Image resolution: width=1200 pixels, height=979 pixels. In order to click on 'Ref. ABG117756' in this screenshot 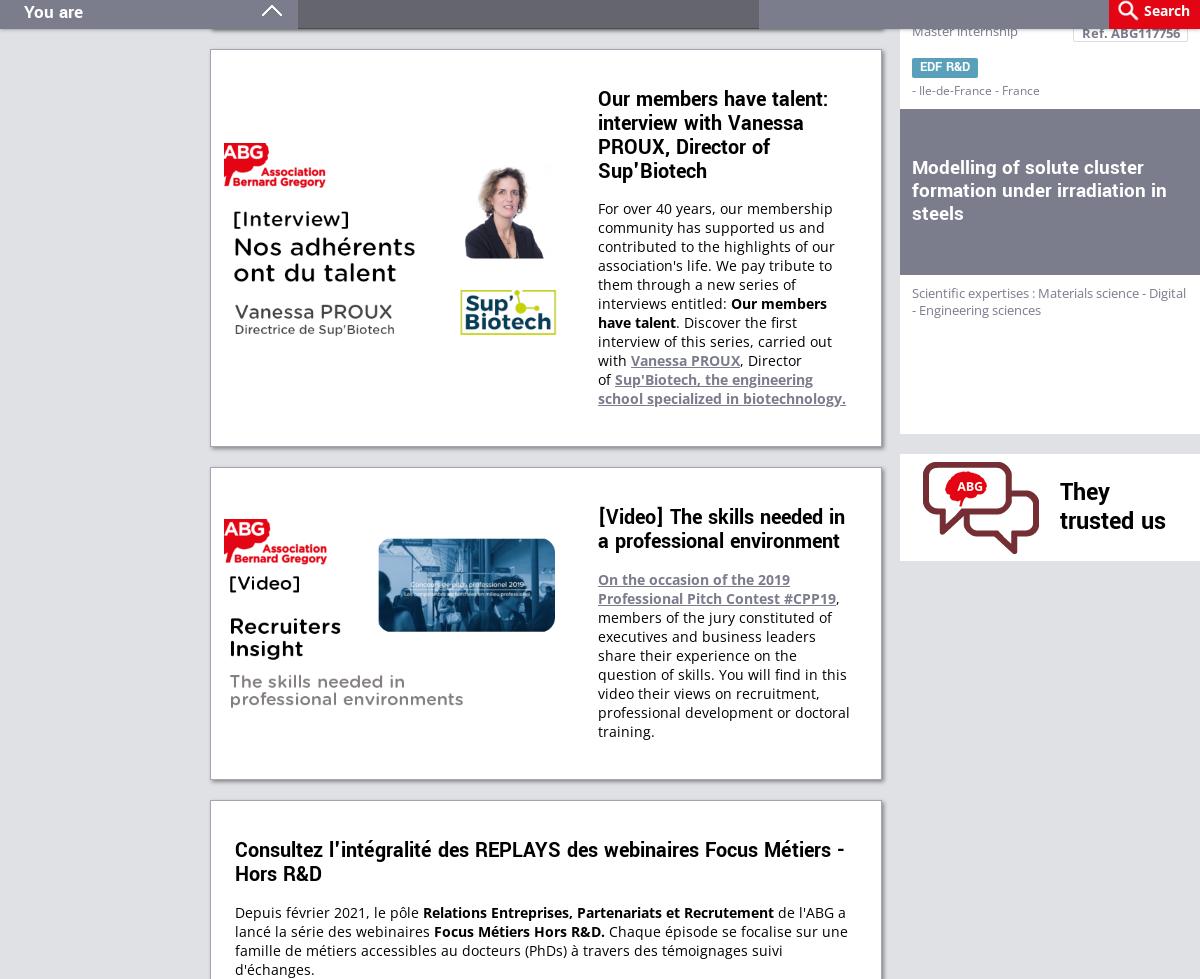, I will do `click(1130, 33)`.